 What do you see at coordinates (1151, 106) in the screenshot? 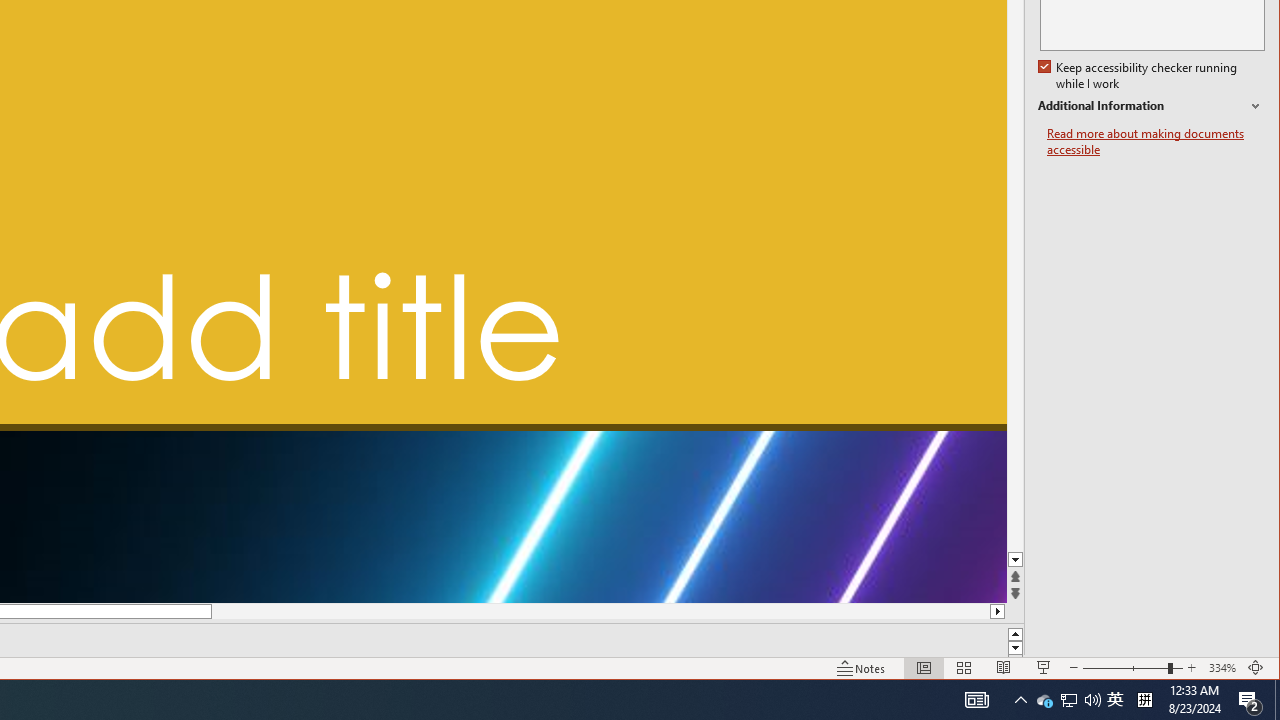
I see `'Additional Information'` at bounding box center [1151, 106].